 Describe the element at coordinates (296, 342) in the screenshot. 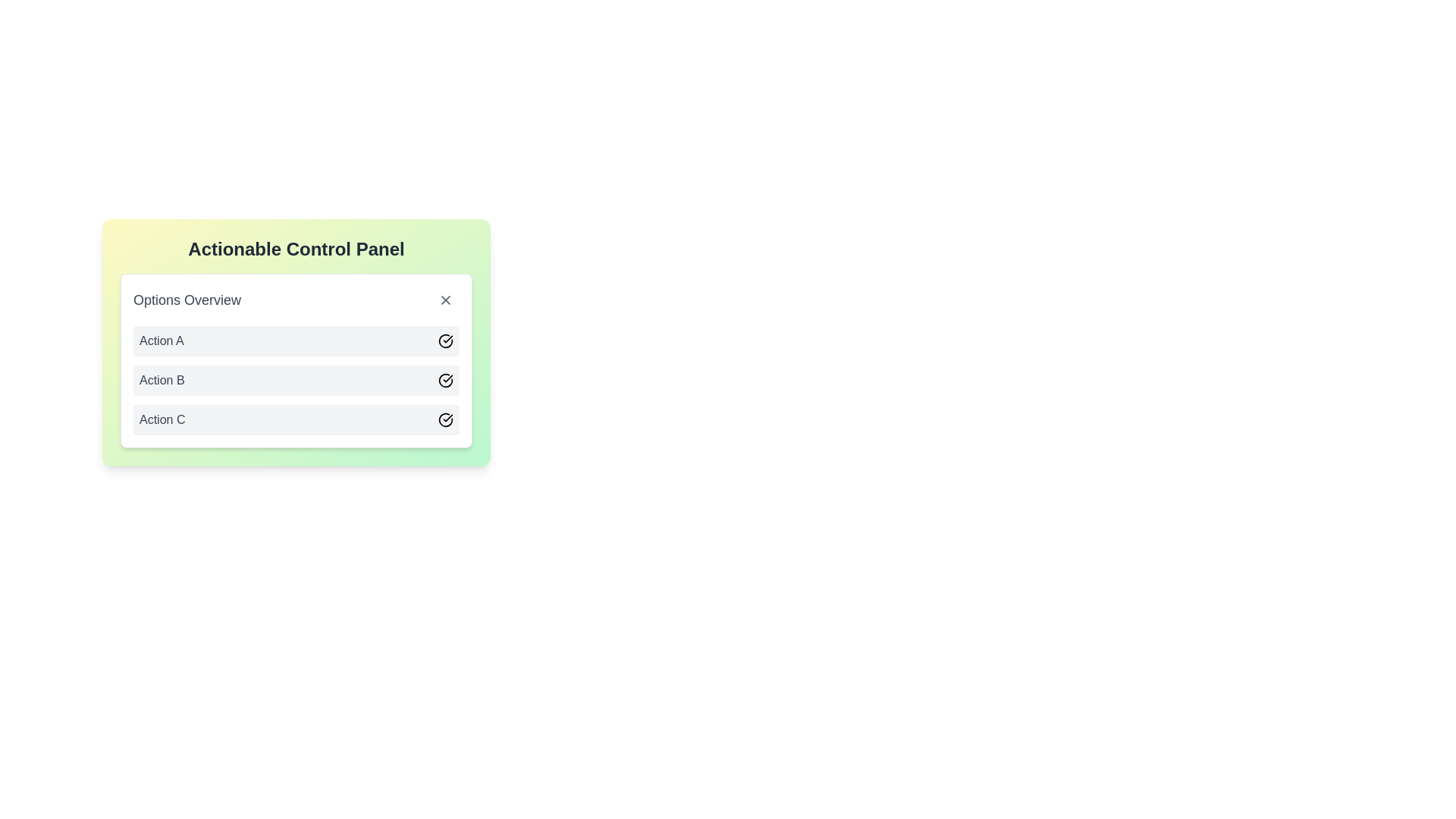

I see `the control panel located in the upper left of the interface` at that location.